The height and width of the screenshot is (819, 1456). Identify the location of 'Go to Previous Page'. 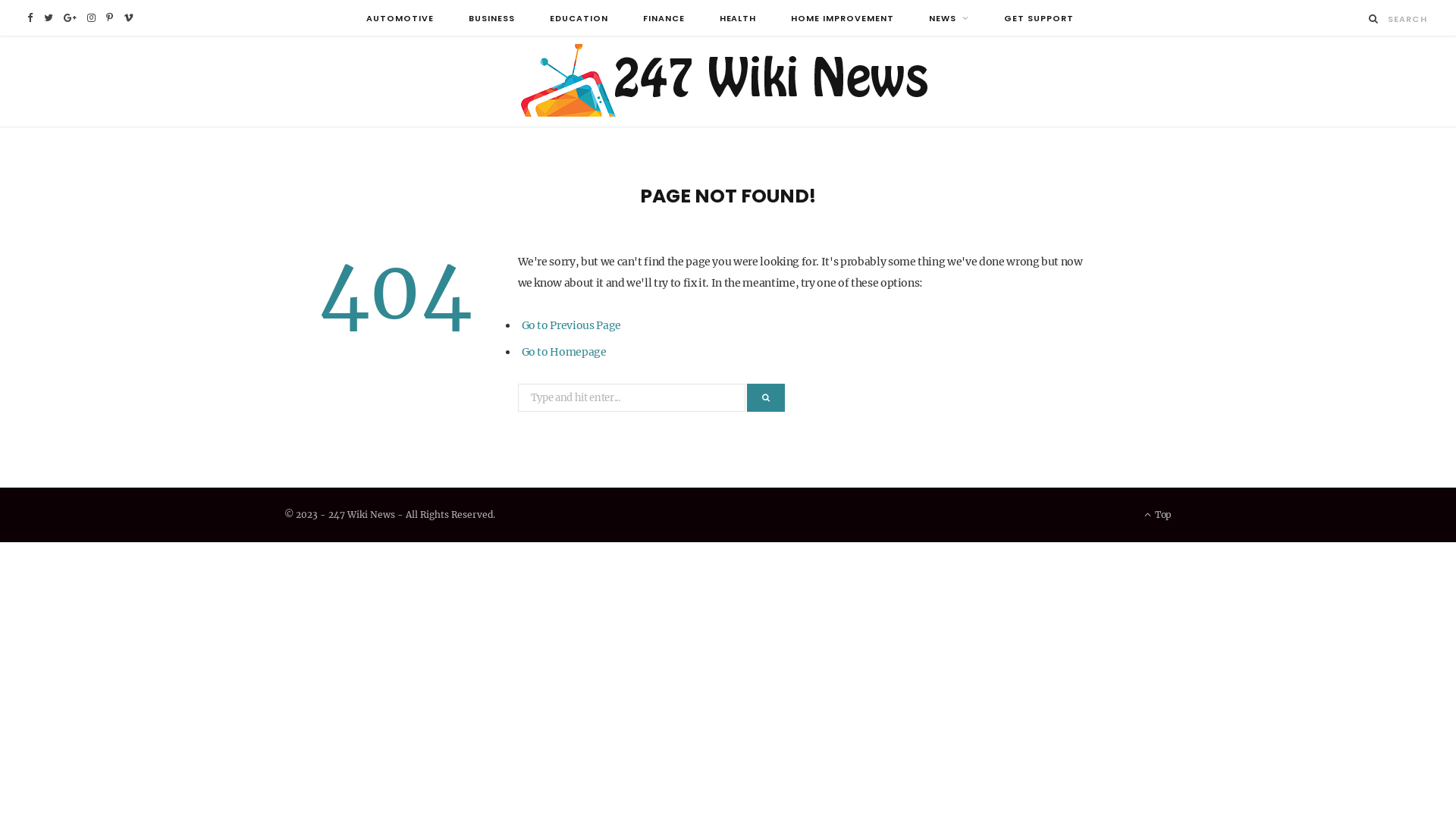
(570, 324).